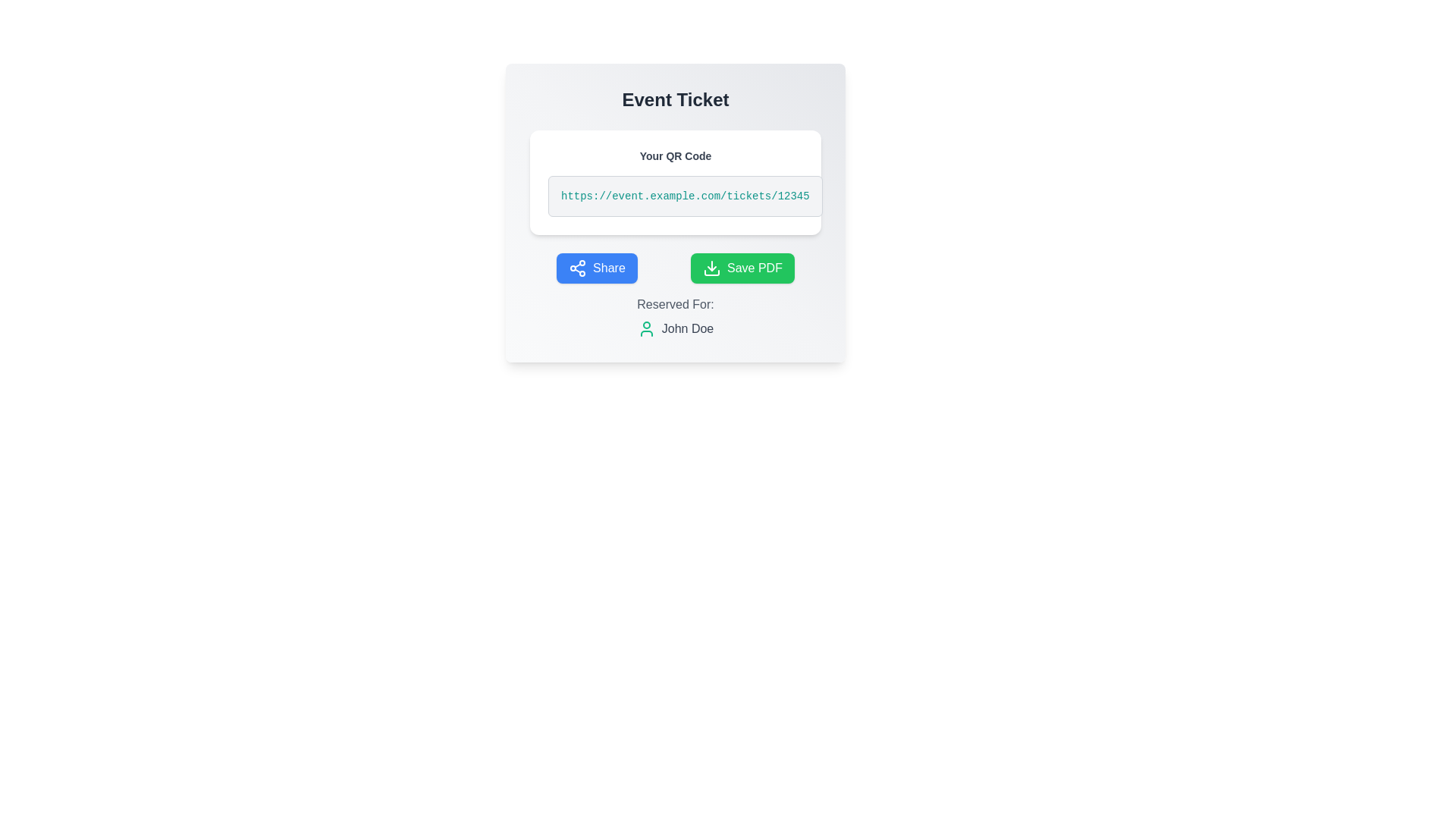  Describe the element at coordinates (687, 328) in the screenshot. I see `the name text that is centrally positioned inside the rectangular area labeled 'Reserved For', which serves as the name of a reserved individual for an event or ticket` at that location.